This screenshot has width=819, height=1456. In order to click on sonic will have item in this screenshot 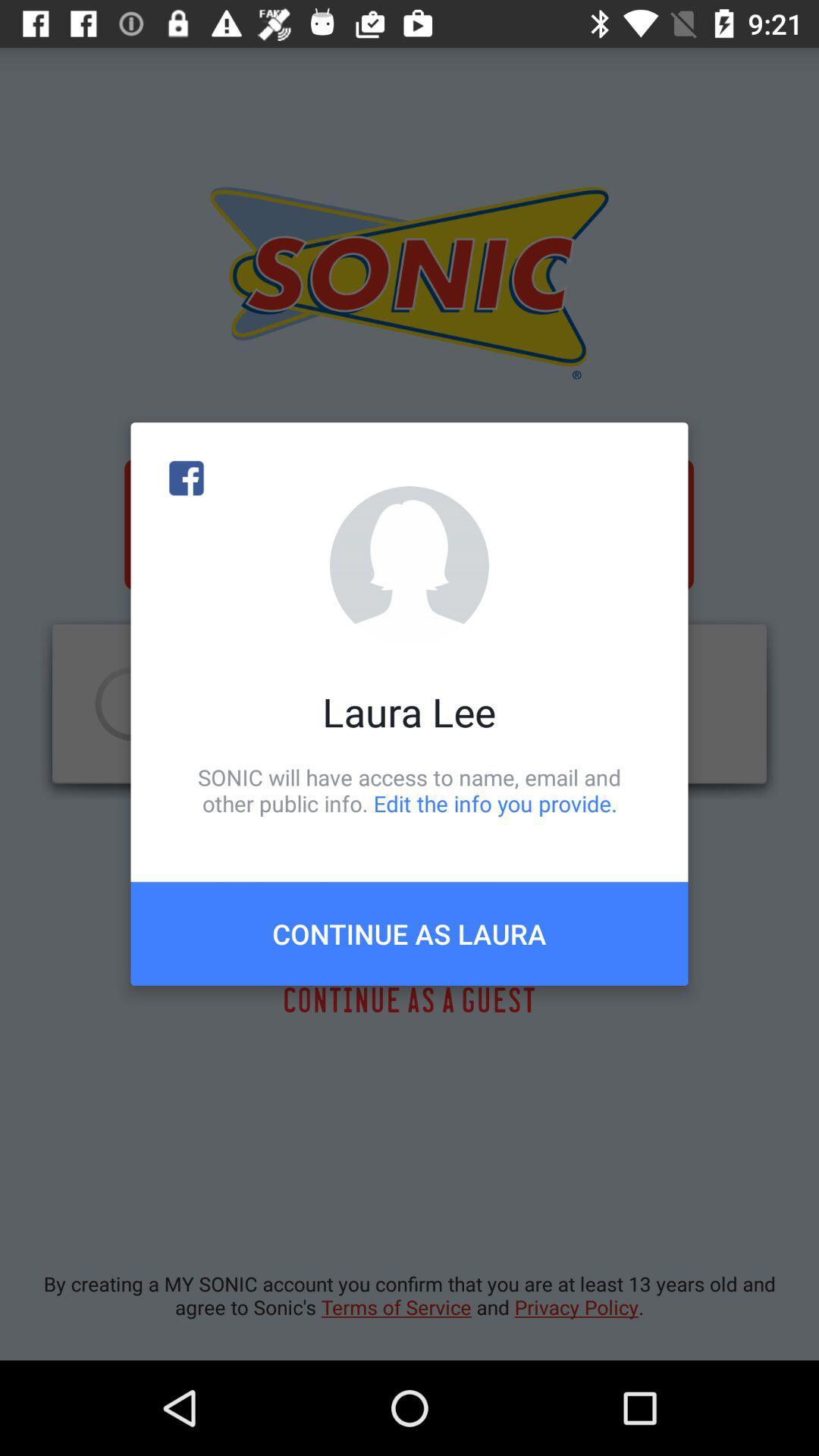, I will do `click(409, 789)`.